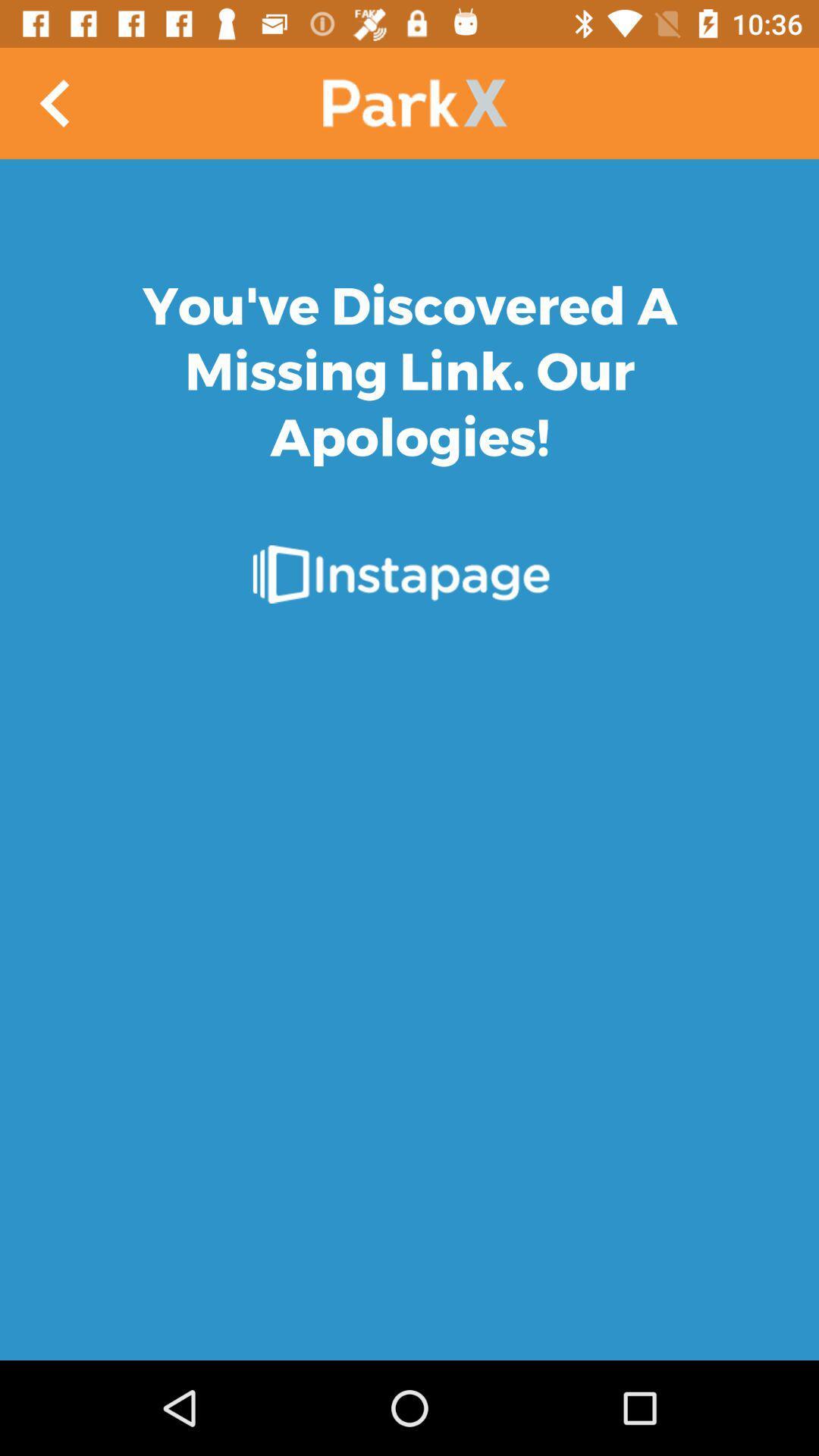 This screenshot has width=819, height=1456. What do you see at coordinates (55, 102) in the screenshot?
I see `go back` at bounding box center [55, 102].